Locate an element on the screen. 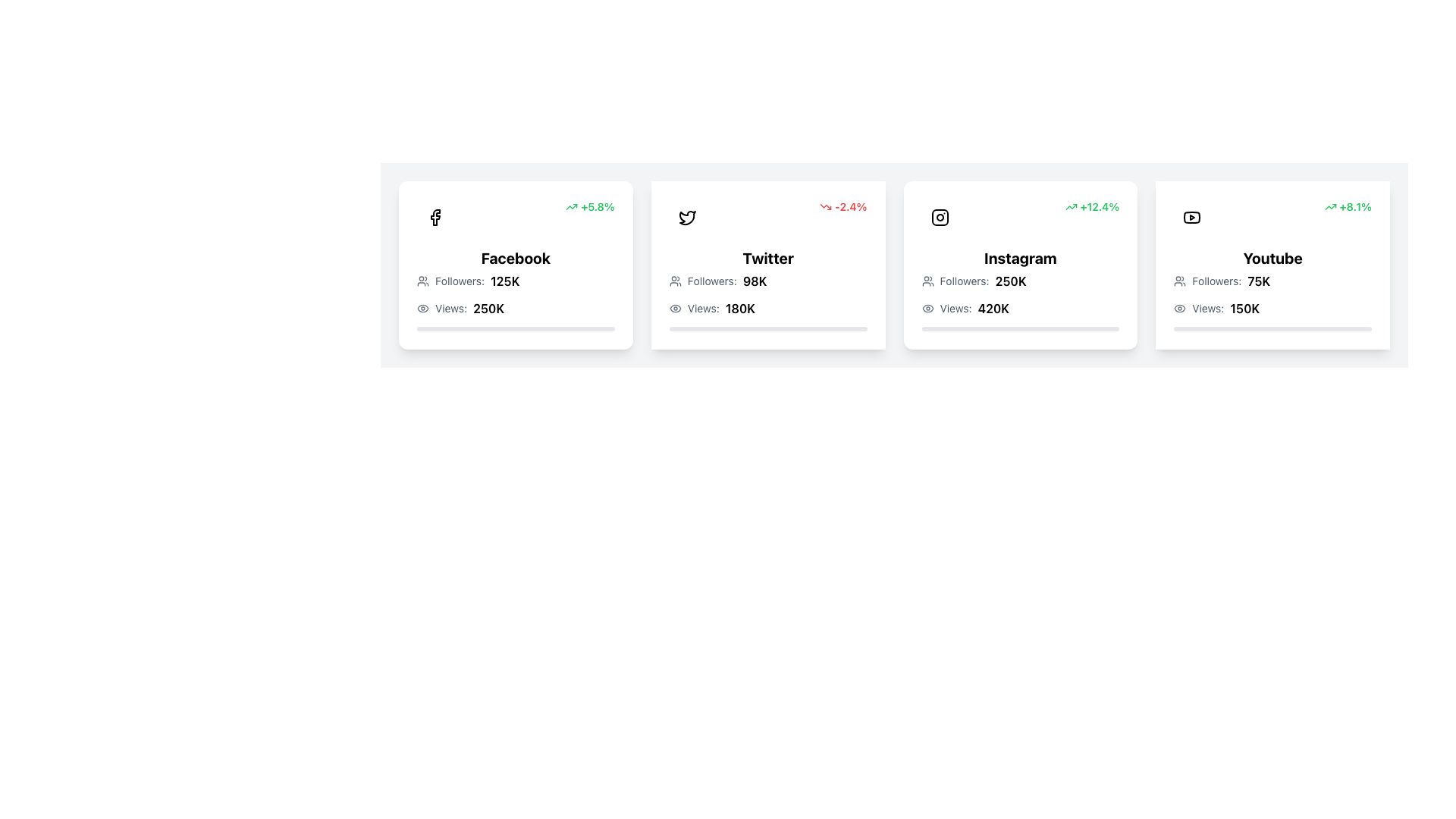  the Information display panel that shows 'Followers: 125K' and 'Views: 250K' within the 'Facebook' card is located at coordinates (516, 301).